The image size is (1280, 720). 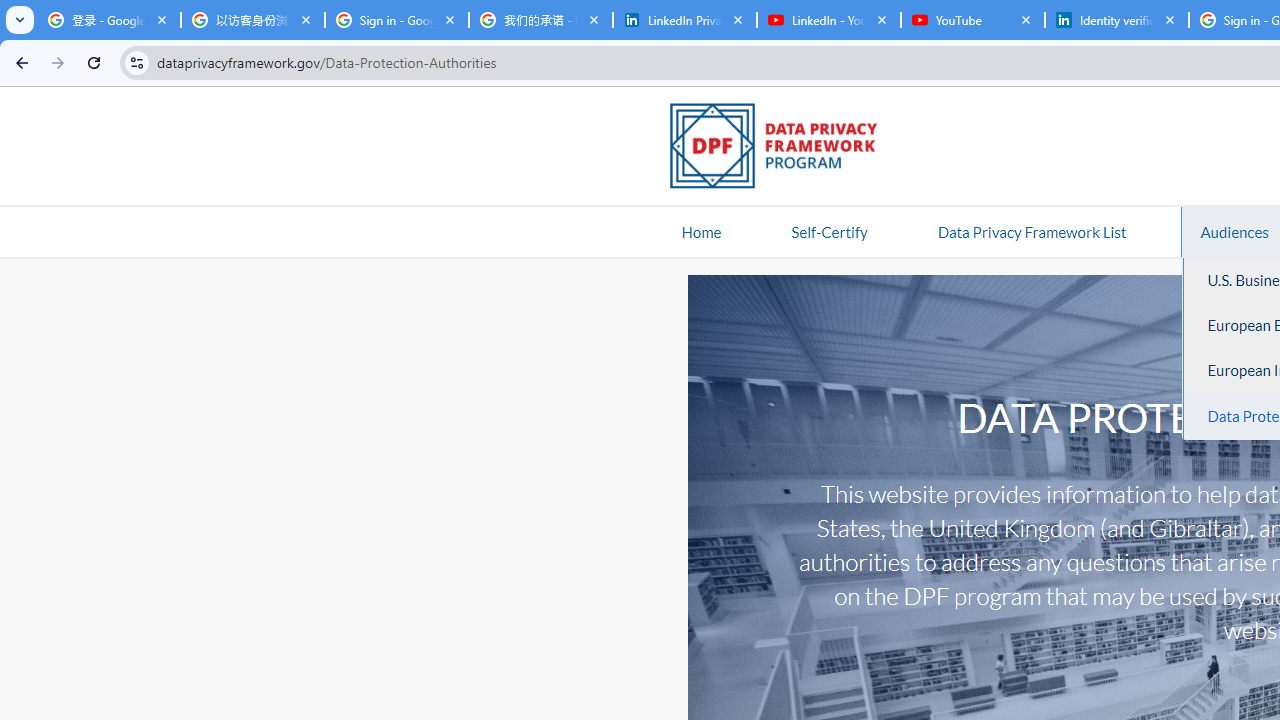 I want to click on 'Data Privacy Framework Logo - Link to Homepage', so click(x=783, y=148).